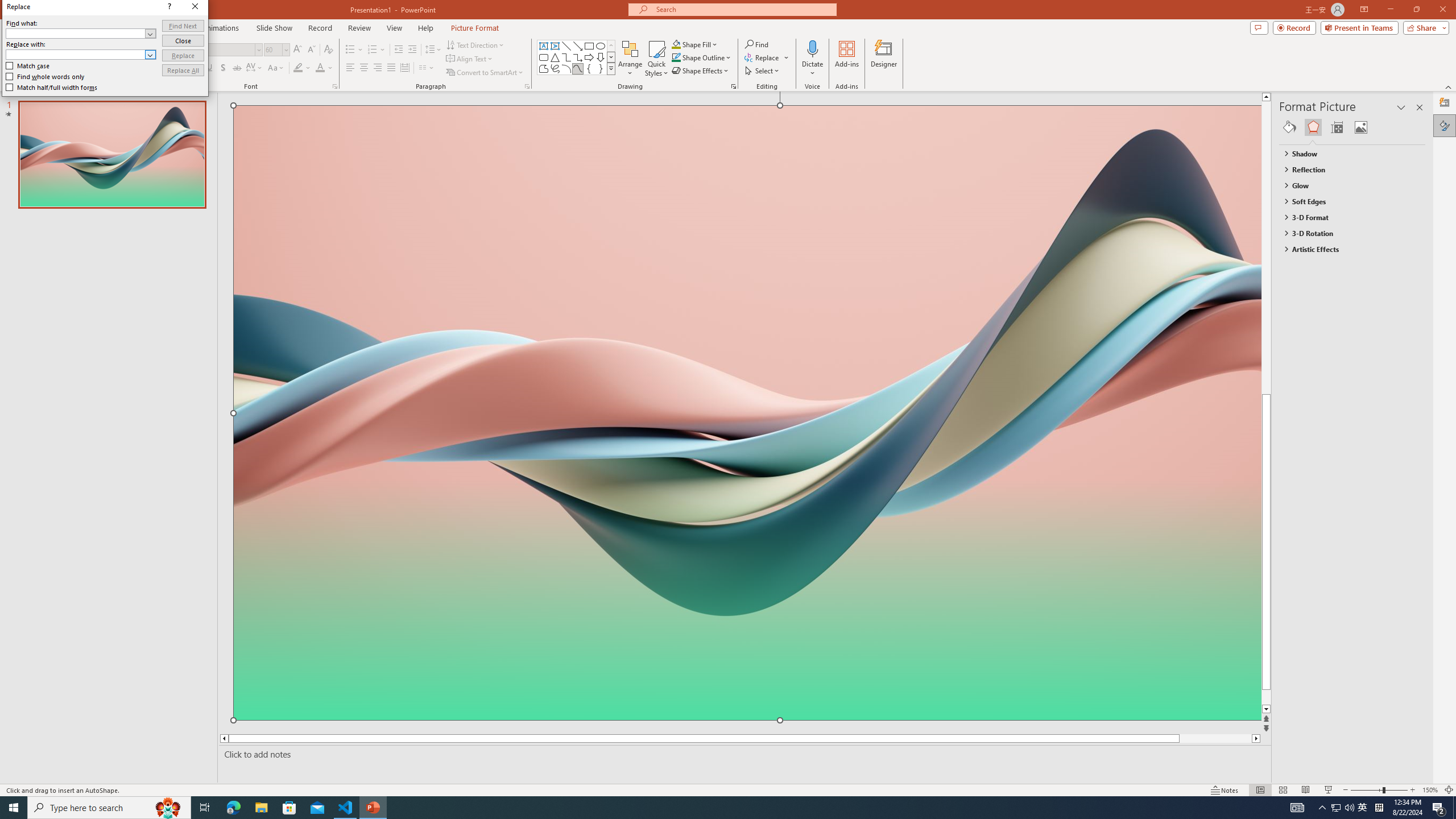  What do you see at coordinates (600, 45) in the screenshot?
I see `'Oval'` at bounding box center [600, 45].